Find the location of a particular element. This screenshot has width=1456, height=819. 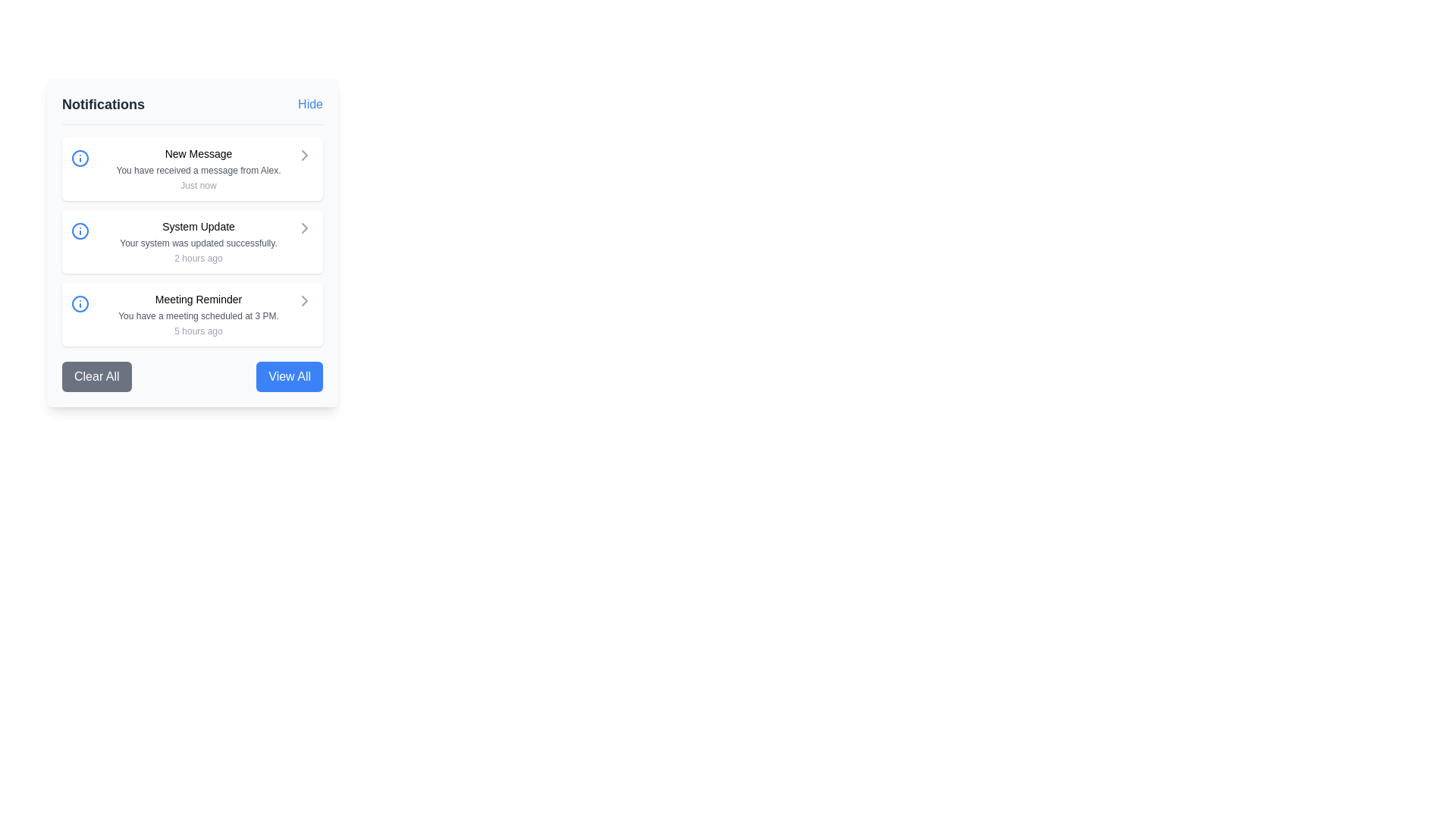

the small text label displaying '5 hours ago', which is positioned below the notification description of 'You have a meeting scheduled at 3 PM.' within the 'Meeting Reminder' notification card is located at coordinates (198, 330).